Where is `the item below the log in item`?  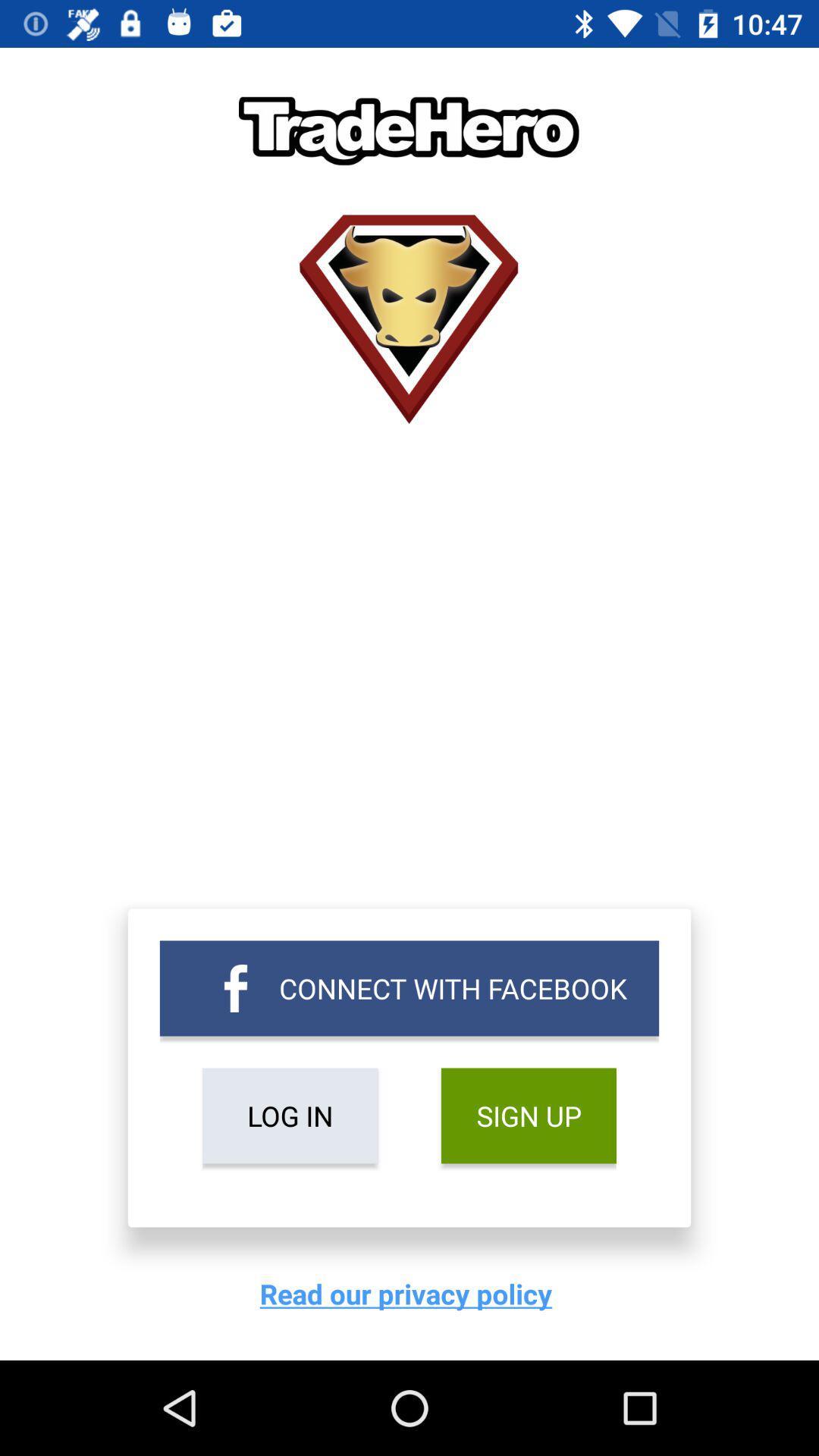
the item below the log in item is located at coordinates (409, 1293).